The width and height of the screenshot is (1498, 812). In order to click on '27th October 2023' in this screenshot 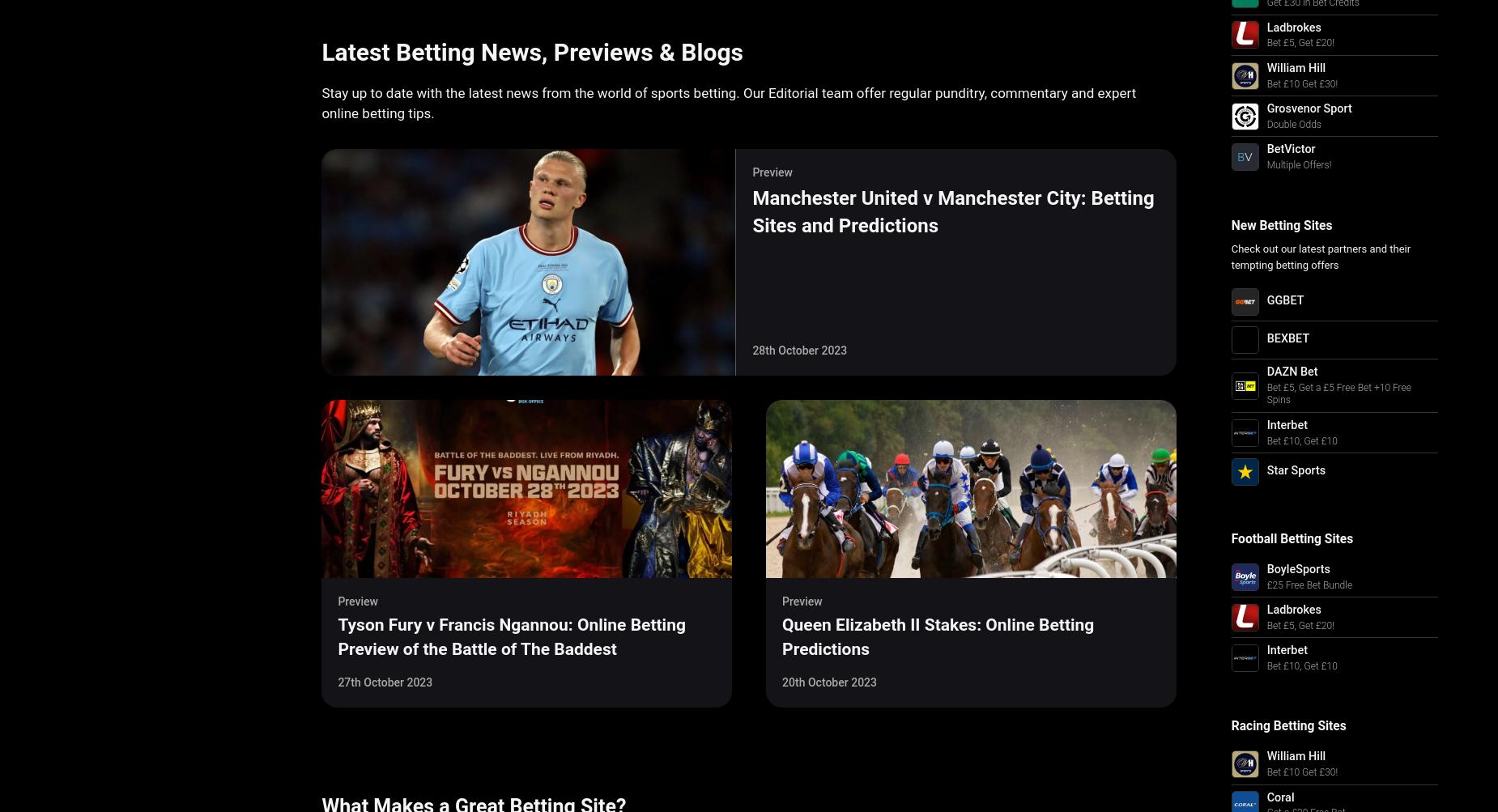, I will do `click(385, 682)`.